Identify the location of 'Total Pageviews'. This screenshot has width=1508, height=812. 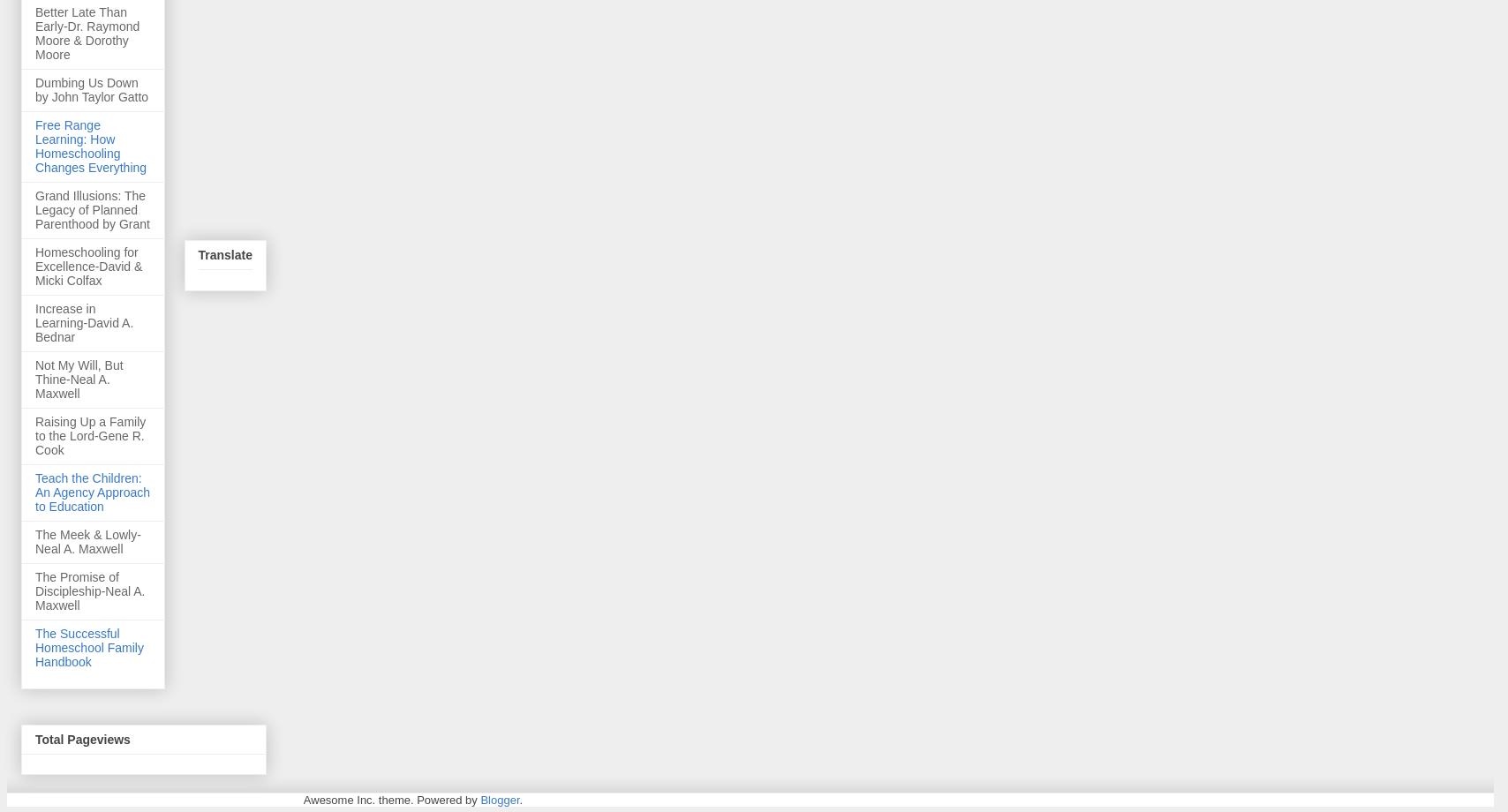
(82, 739).